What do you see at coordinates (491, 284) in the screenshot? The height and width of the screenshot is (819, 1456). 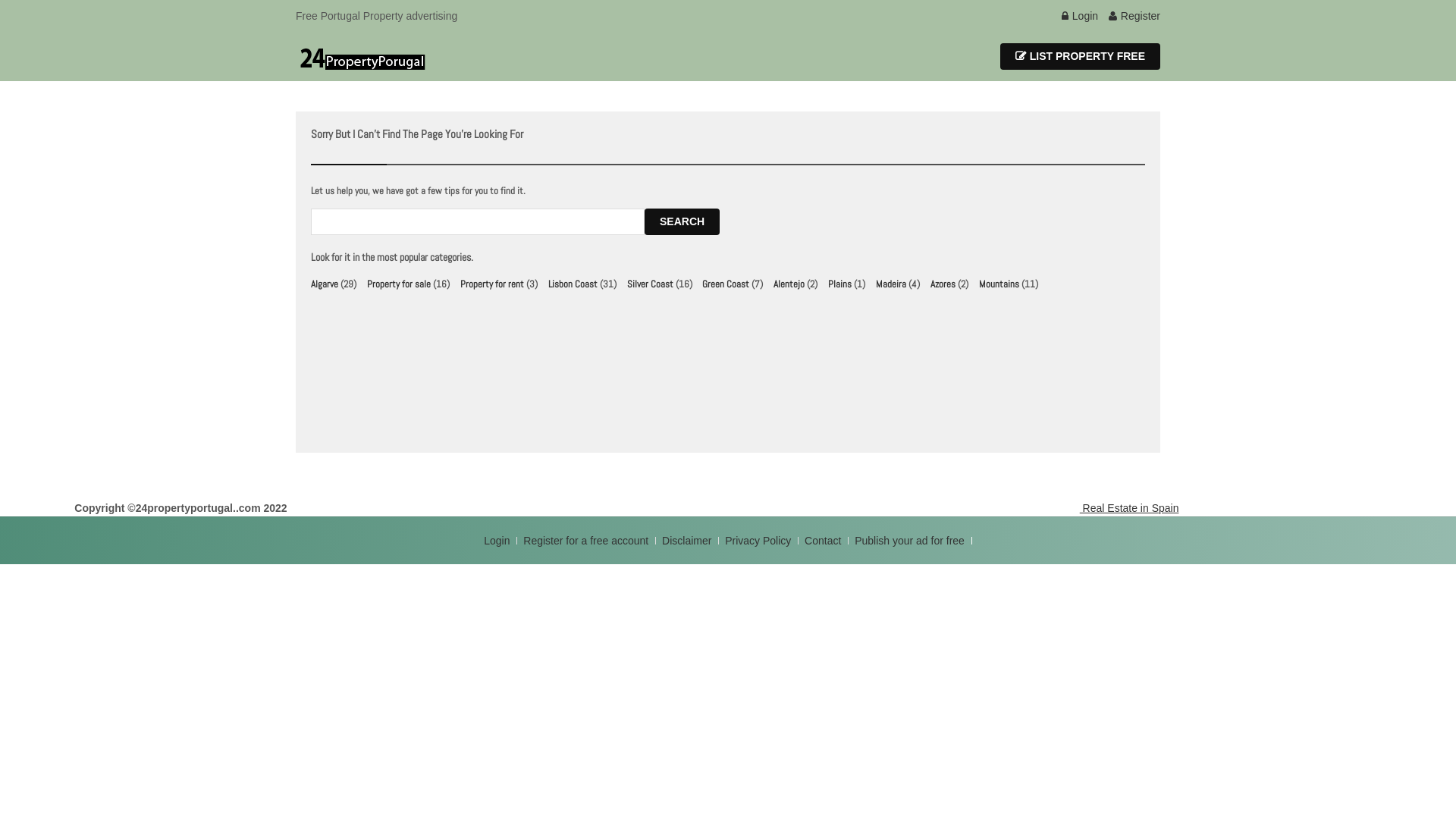 I see `'Property for rent'` at bounding box center [491, 284].